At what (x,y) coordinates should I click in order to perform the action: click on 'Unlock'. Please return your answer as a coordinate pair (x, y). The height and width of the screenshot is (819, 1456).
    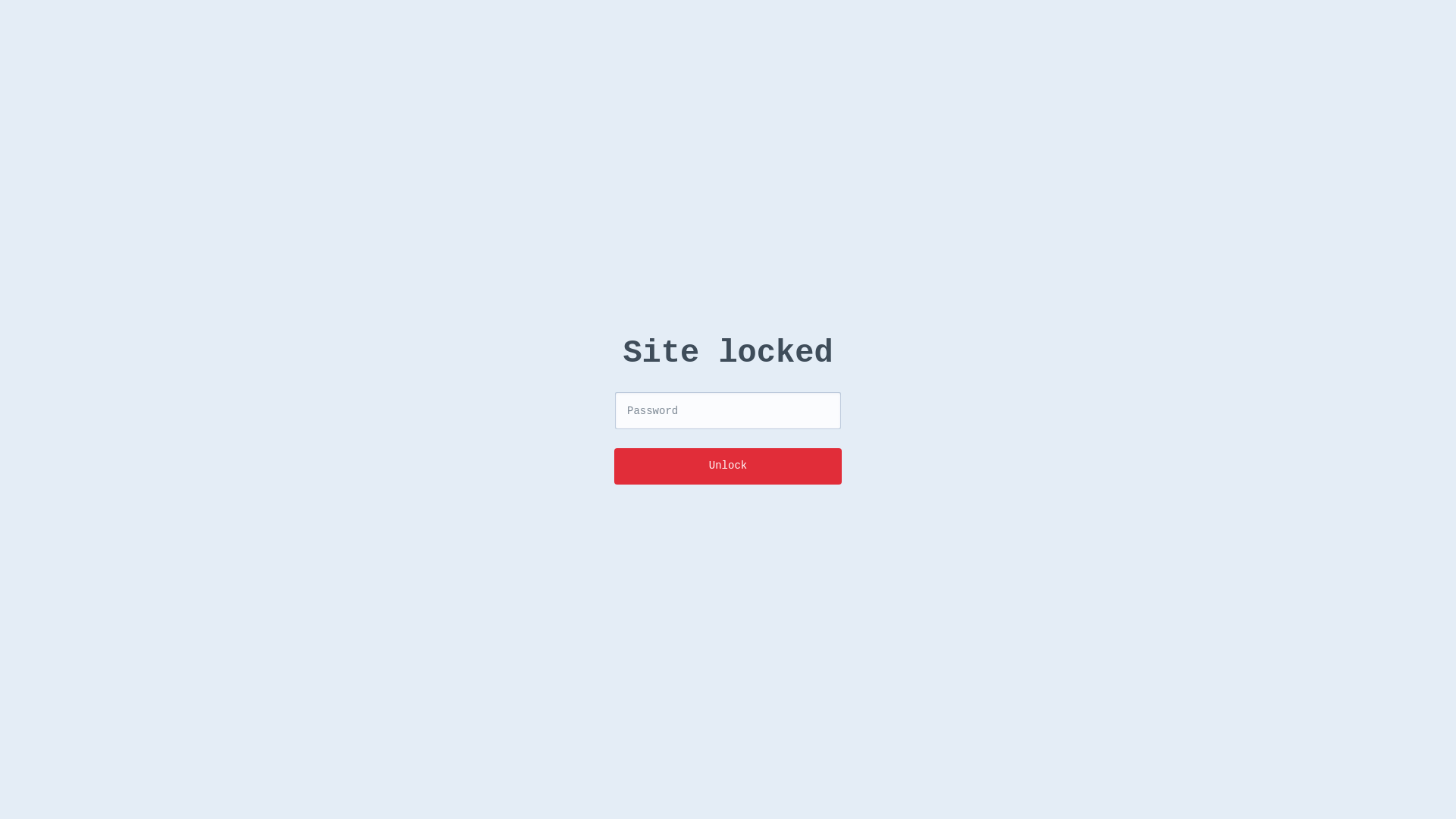
    Looking at the image, I should click on (728, 465).